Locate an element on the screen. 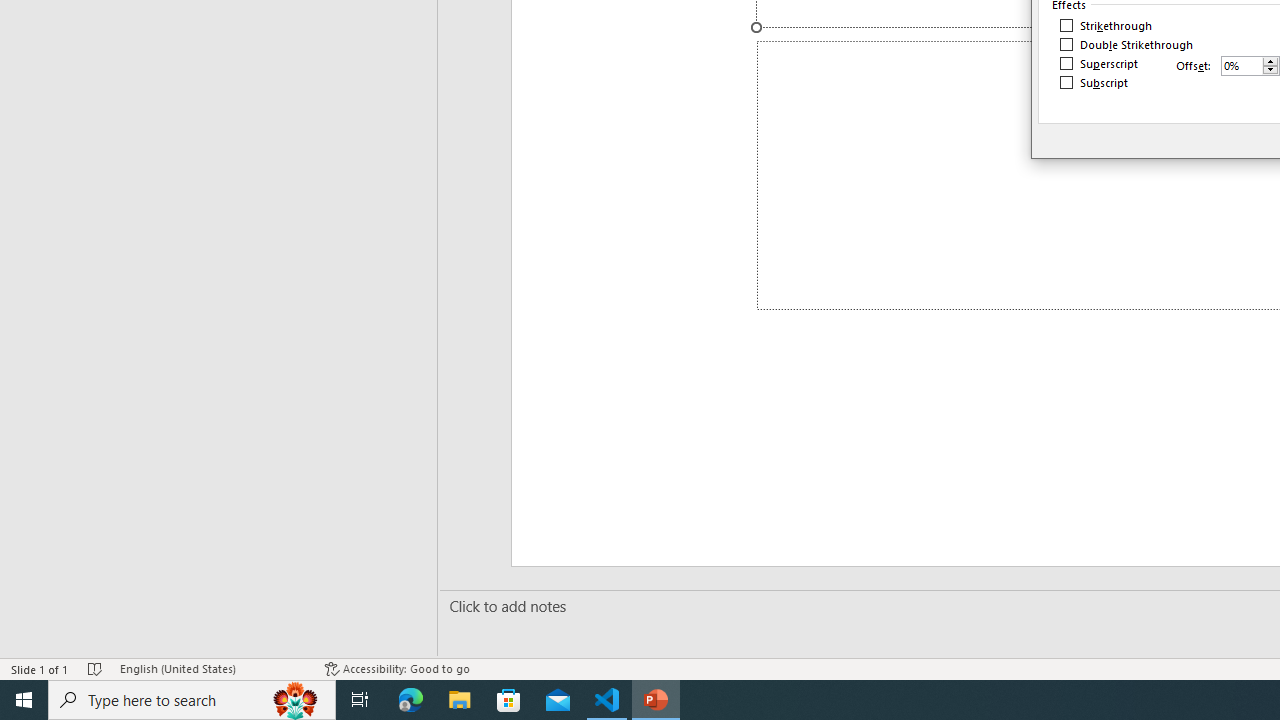 The width and height of the screenshot is (1280, 720). 'Superscript' is located at coordinates (1099, 63).